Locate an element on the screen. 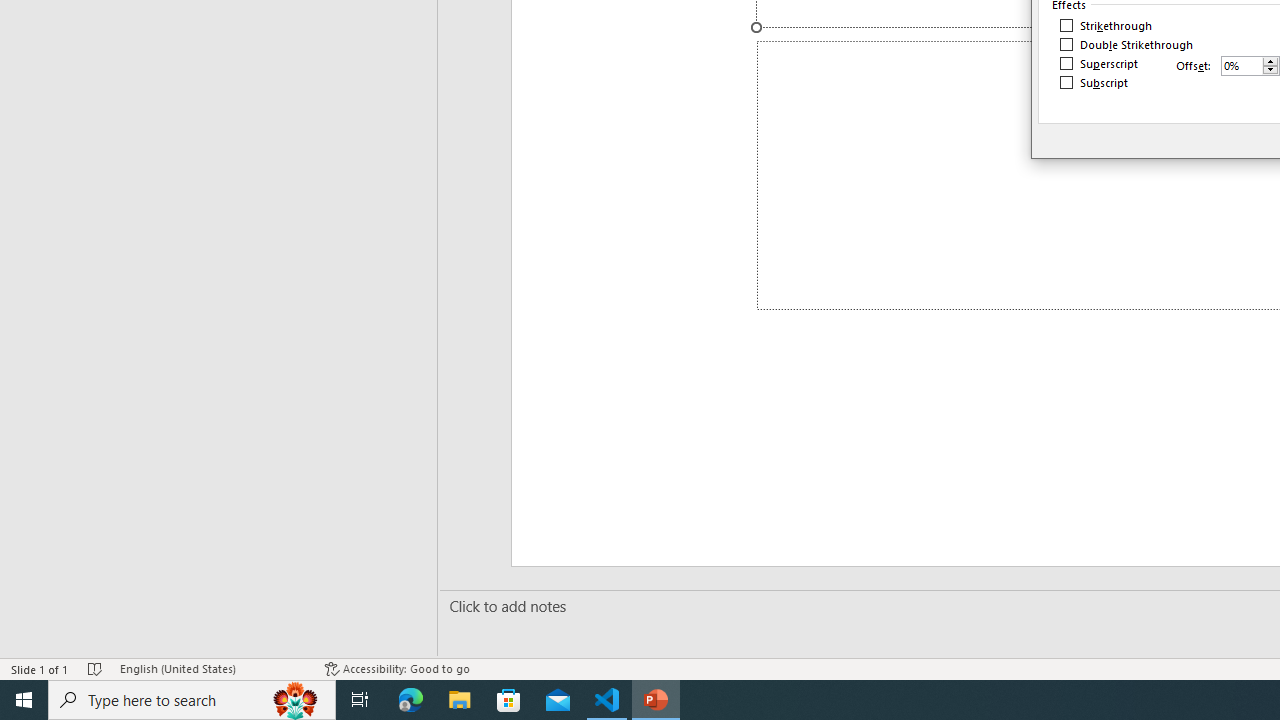 The width and height of the screenshot is (1280, 720). 'Superscript' is located at coordinates (1099, 63).